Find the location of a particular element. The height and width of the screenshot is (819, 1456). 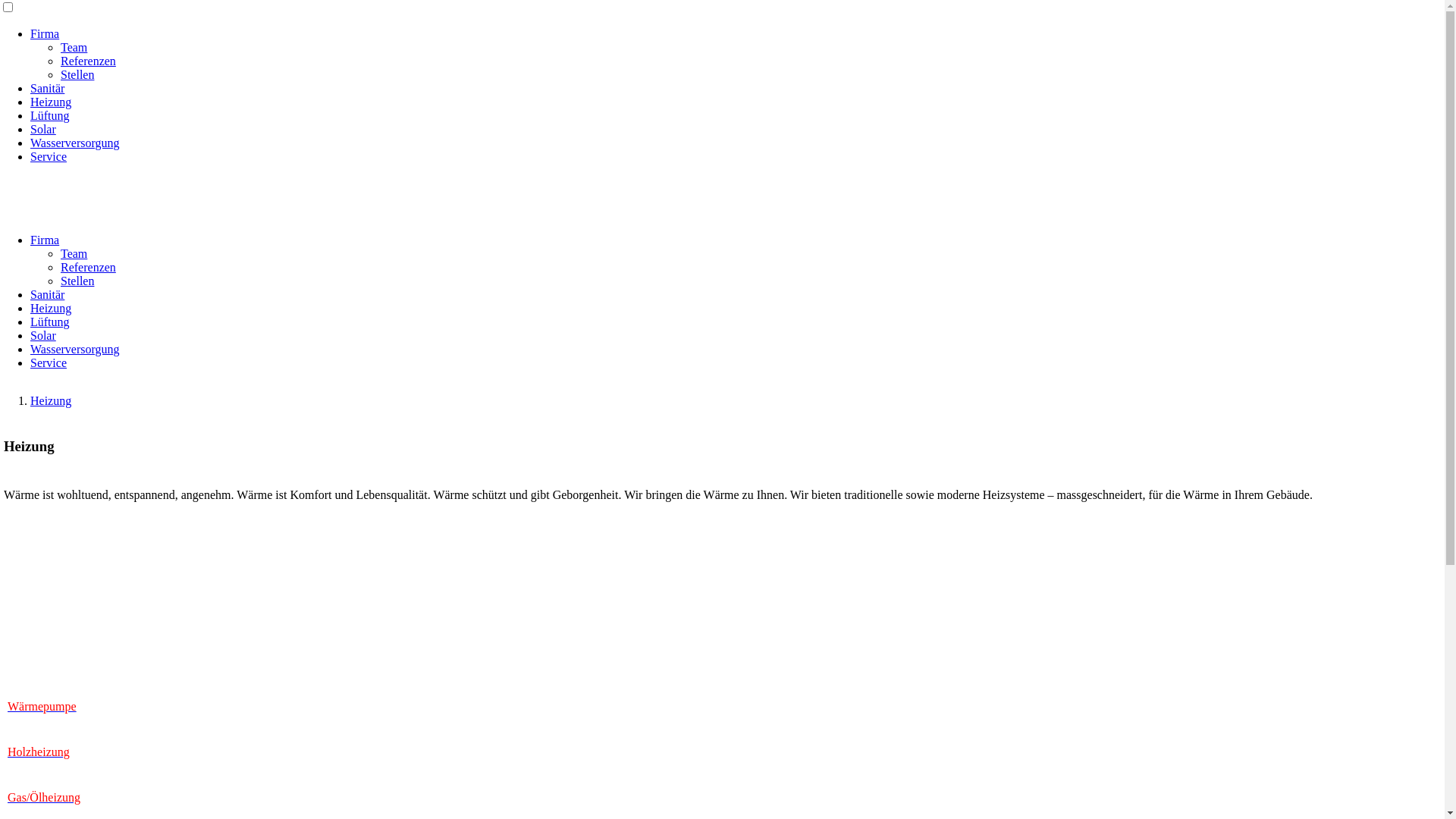

'Wasserversorgung' is located at coordinates (74, 143).